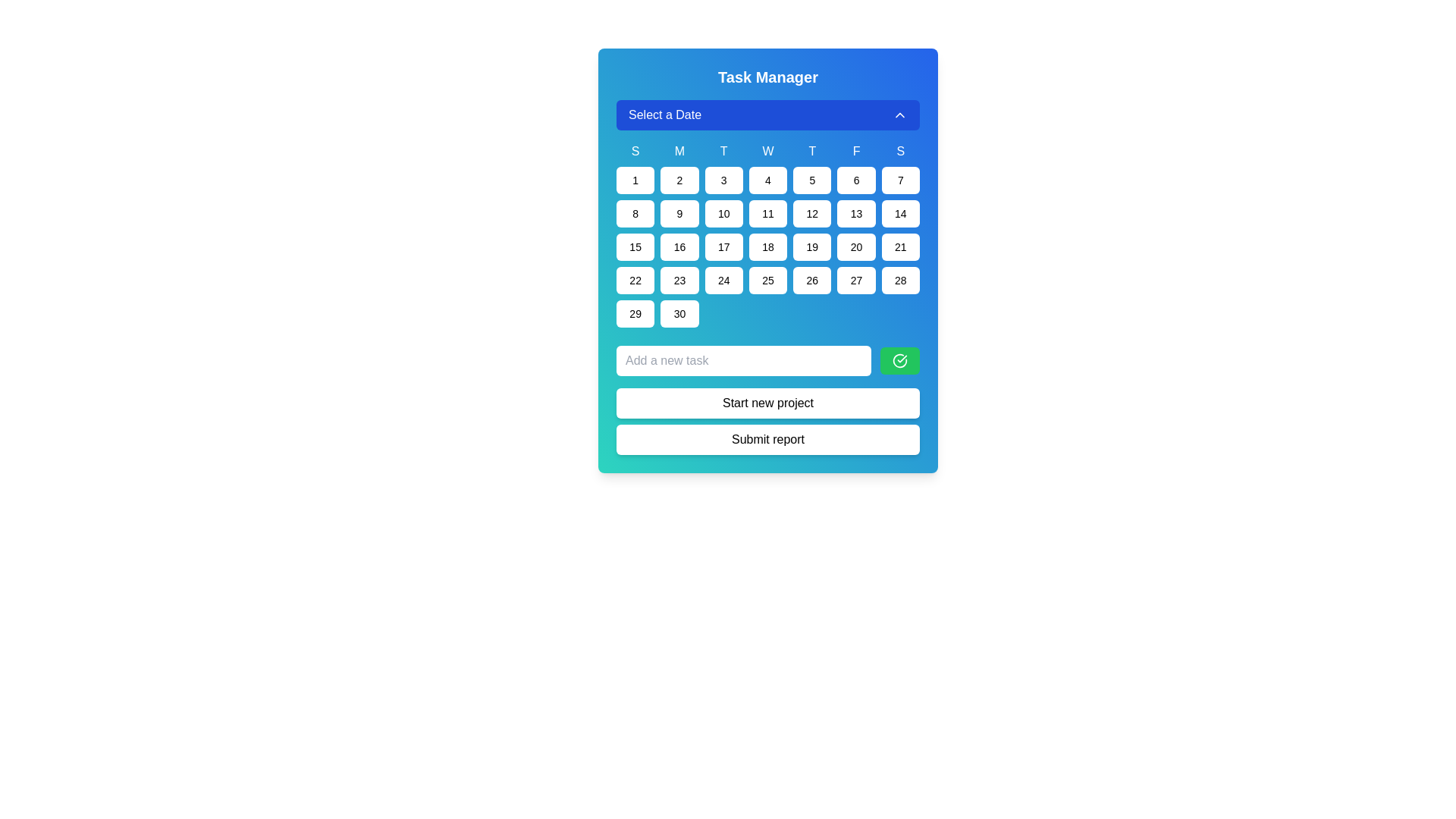 The image size is (1456, 819). I want to click on the square button with rounded corners, white background, and the number '20' in black, located in the fourth row and sixth column of the calendar grid, so click(856, 246).